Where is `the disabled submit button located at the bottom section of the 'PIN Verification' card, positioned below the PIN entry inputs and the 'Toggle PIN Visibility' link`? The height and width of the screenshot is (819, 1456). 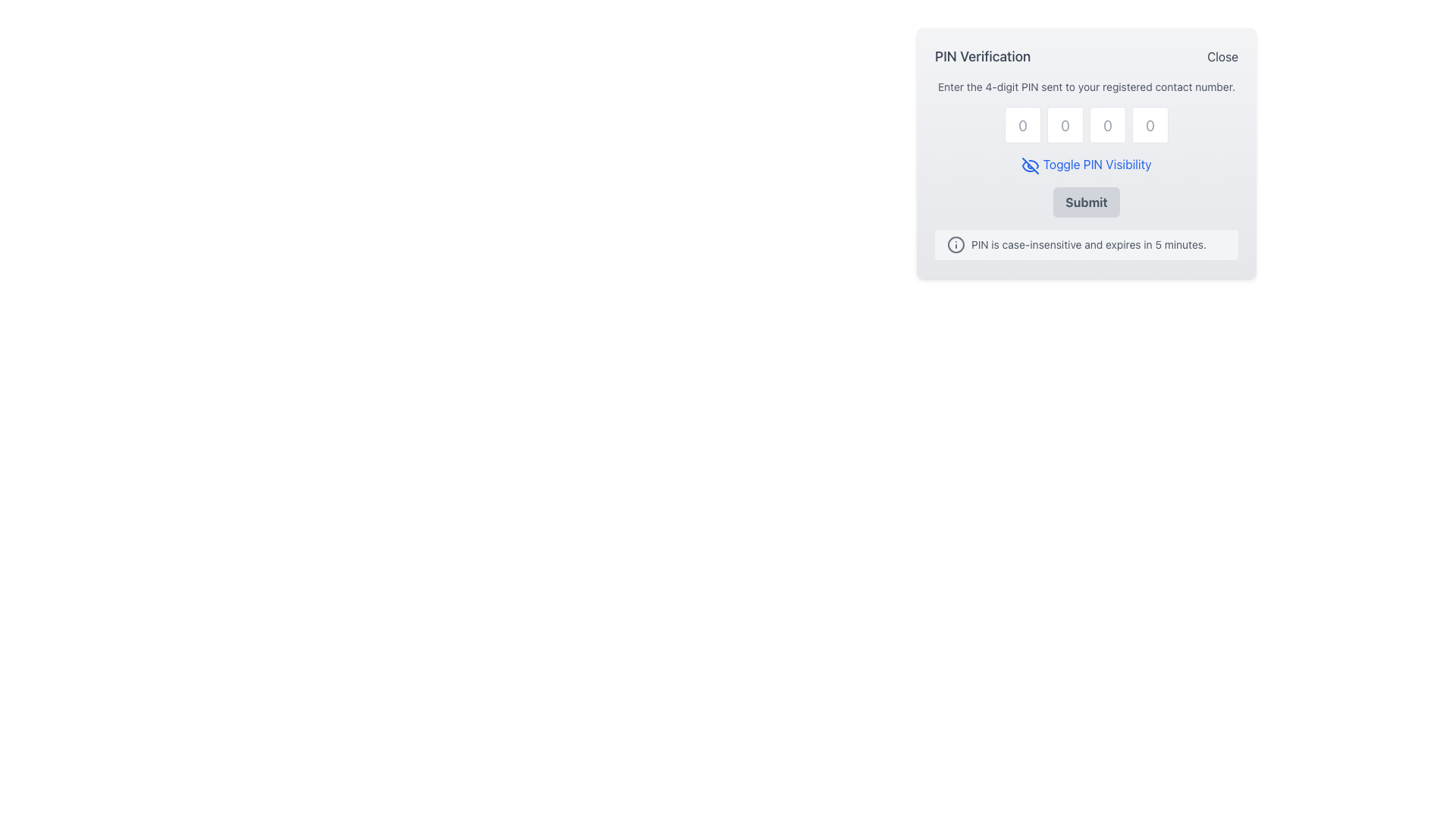
the disabled submit button located at the bottom section of the 'PIN Verification' card, positioned below the PIN entry inputs and the 'Toggle PIN Visibility' link is located at coordinates (1086, 201).